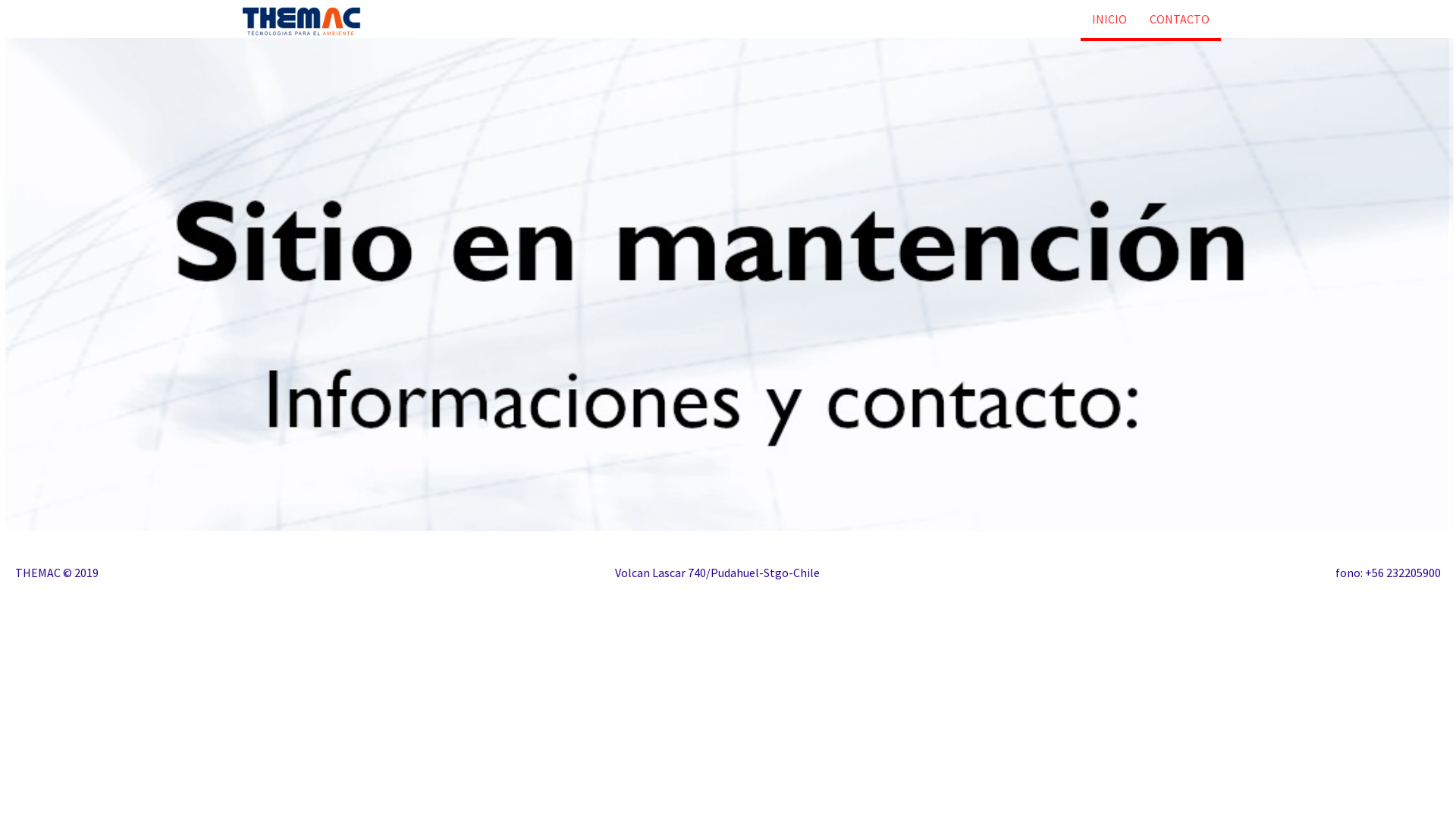 Image resolution: width=1456 pixels, height=819 pixels. What do you see at coordinates (1178, 18) in the screenshot?
I see `'CONTACTO'` at bounding box center [1178, 18].